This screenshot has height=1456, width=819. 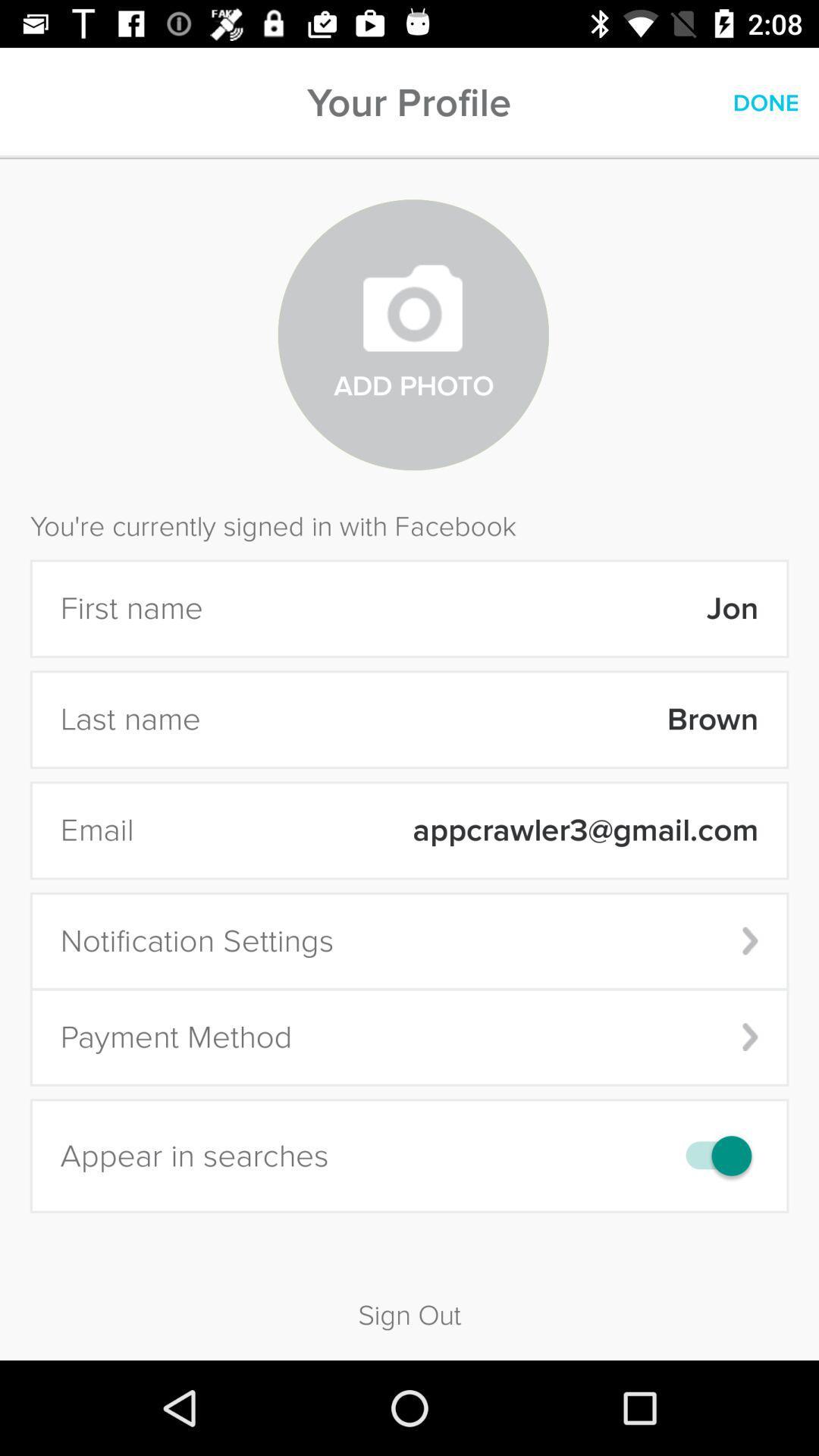 What do you see at coordinates (409, 940) in the screenshot?
I see `the notification settings icon` at bounding box center [409, 940].